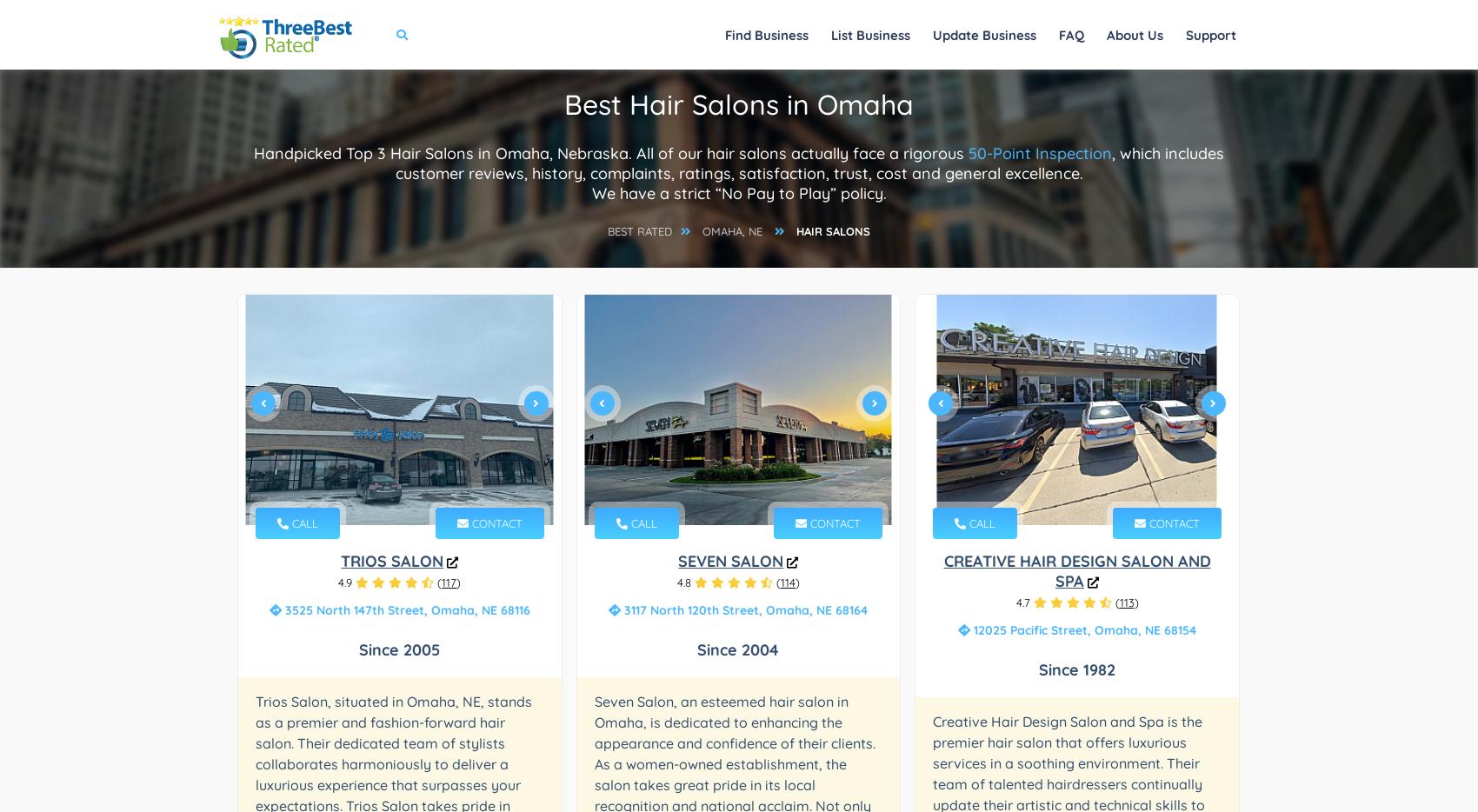 This screenshot has width=1478, height=812. What do you see at coordinates (1082, 629) in the screenshot?
I see `'12025 Pacific Street, Omaha, NE 68154'` at bounding box center [1082, 629].